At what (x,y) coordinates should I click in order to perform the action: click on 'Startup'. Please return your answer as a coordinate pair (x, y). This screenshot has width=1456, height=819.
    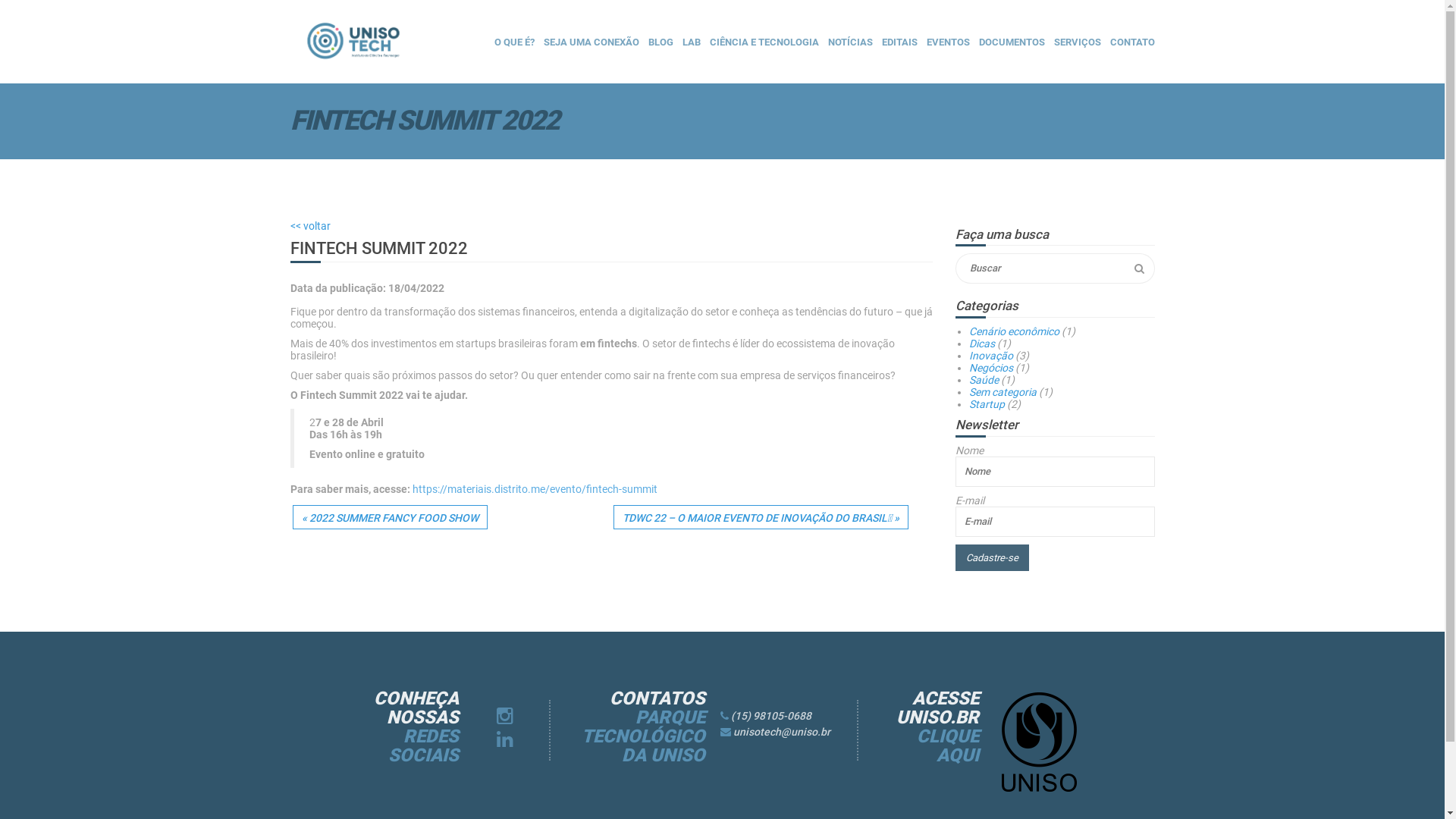
    Looking at the image, I should click on (987, 403).